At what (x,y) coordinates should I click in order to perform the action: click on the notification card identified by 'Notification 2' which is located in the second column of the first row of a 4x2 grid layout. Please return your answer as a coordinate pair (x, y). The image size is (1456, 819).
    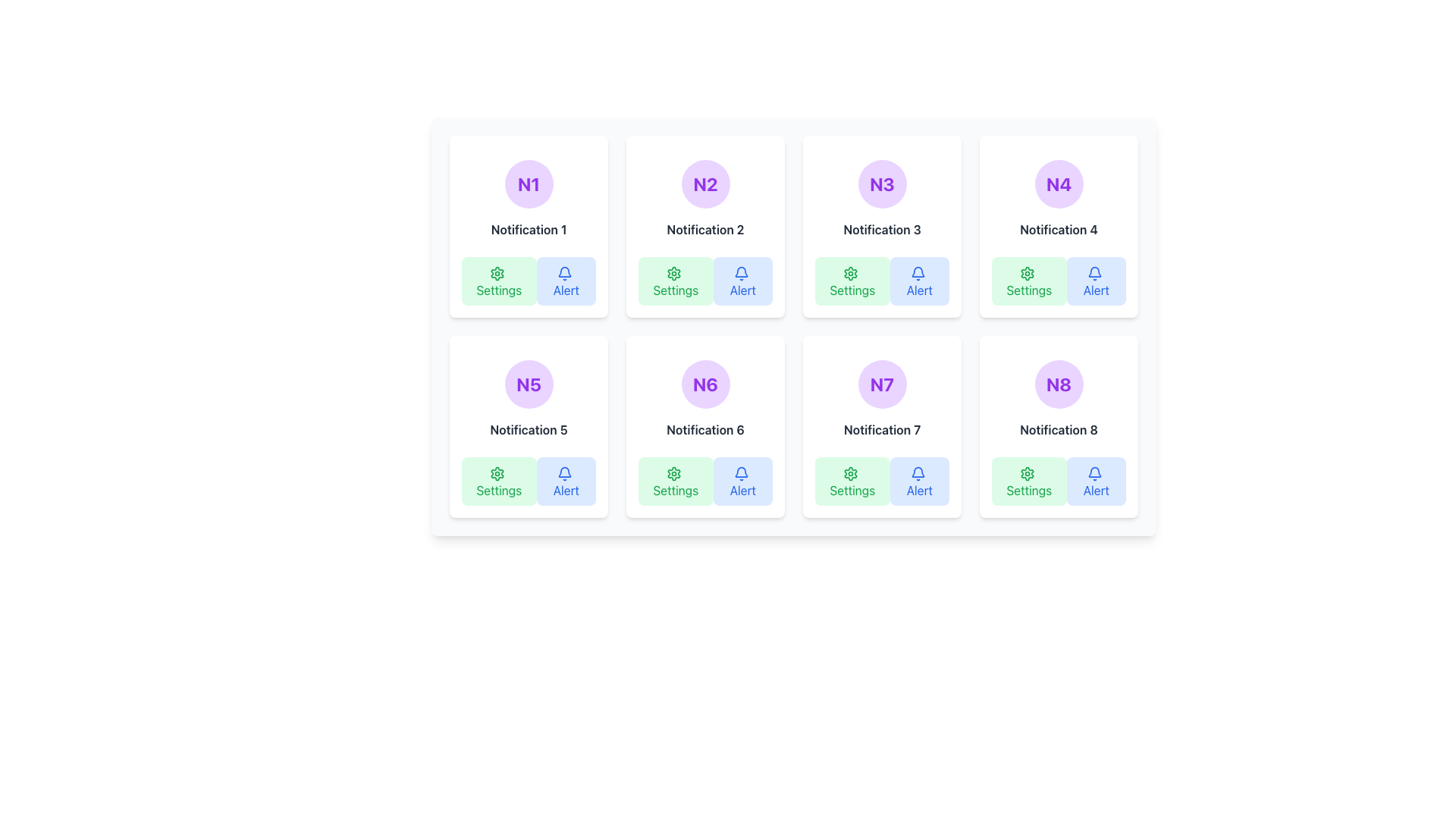
    Looking at the image, I should click on (704, 227).